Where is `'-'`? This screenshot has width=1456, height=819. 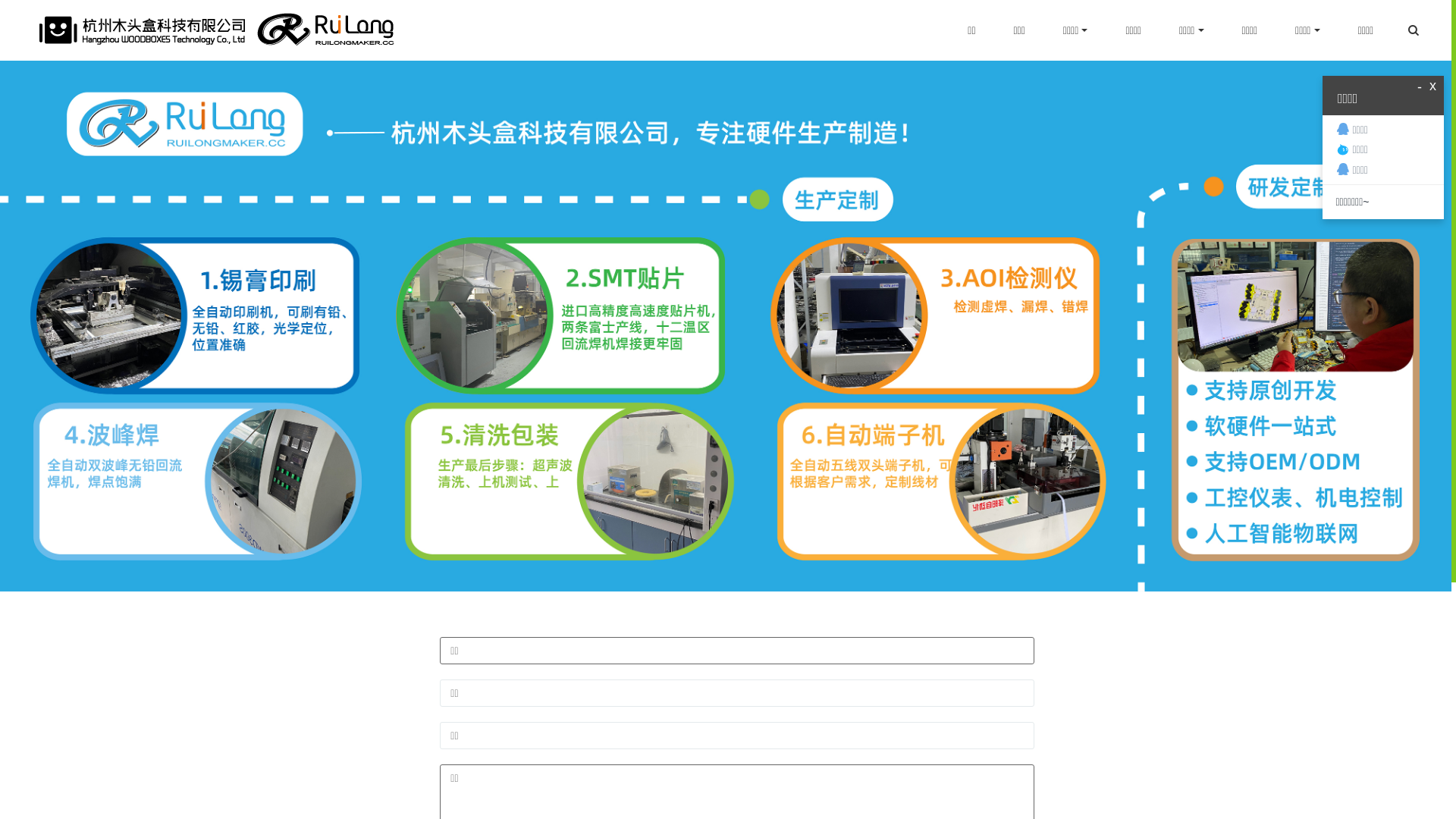
'-' is located at coordinates (1419, 87).